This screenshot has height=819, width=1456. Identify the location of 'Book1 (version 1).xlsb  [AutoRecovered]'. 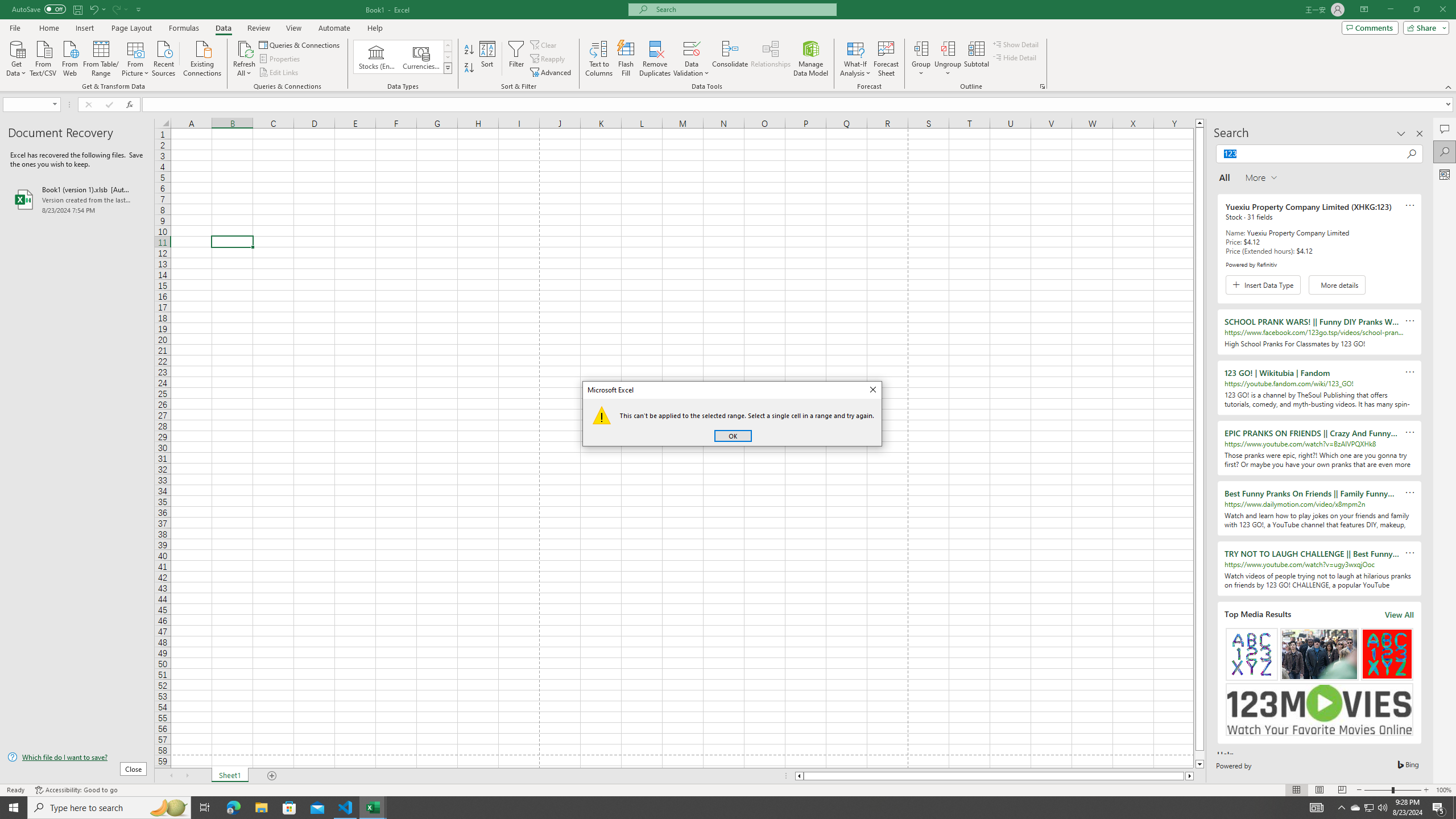
(76, 198).